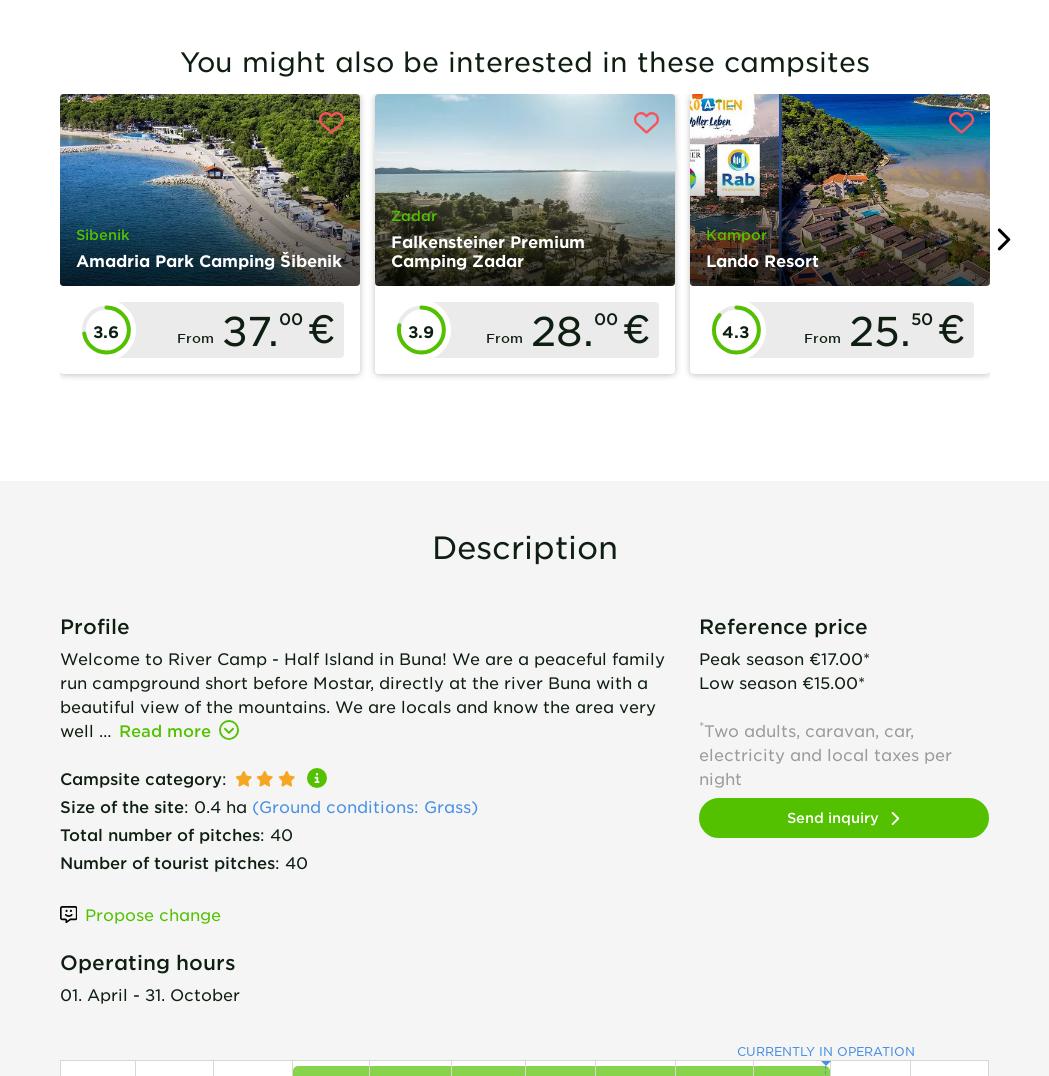 This screenshot has height=1076, width=1049. What do you see at coordinates (406, 330) in the screenshot?
I see `'3.9'` at bounding box center [406, 330].